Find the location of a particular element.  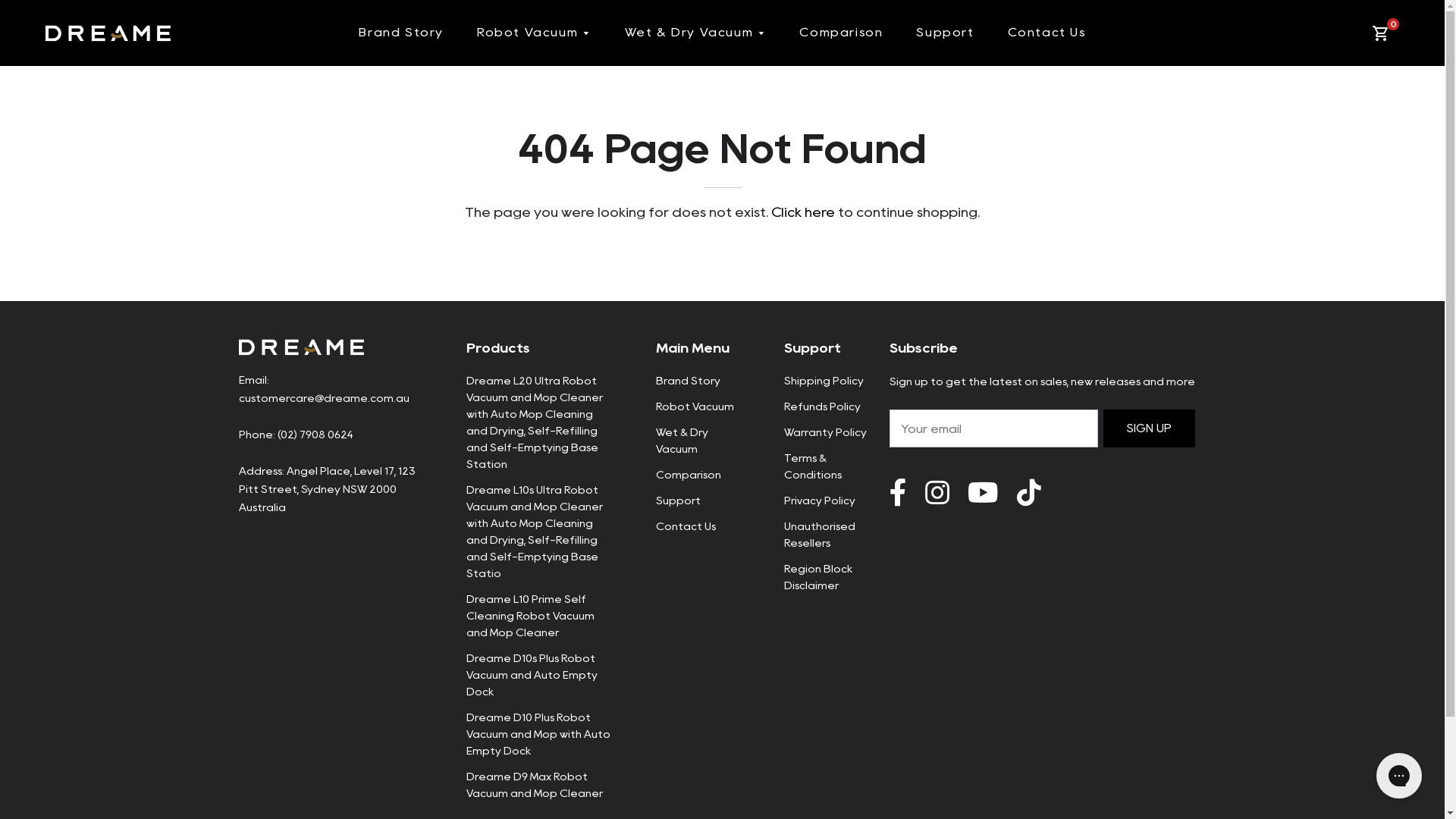

'Brand Story' is located at coordinates (686, 379).